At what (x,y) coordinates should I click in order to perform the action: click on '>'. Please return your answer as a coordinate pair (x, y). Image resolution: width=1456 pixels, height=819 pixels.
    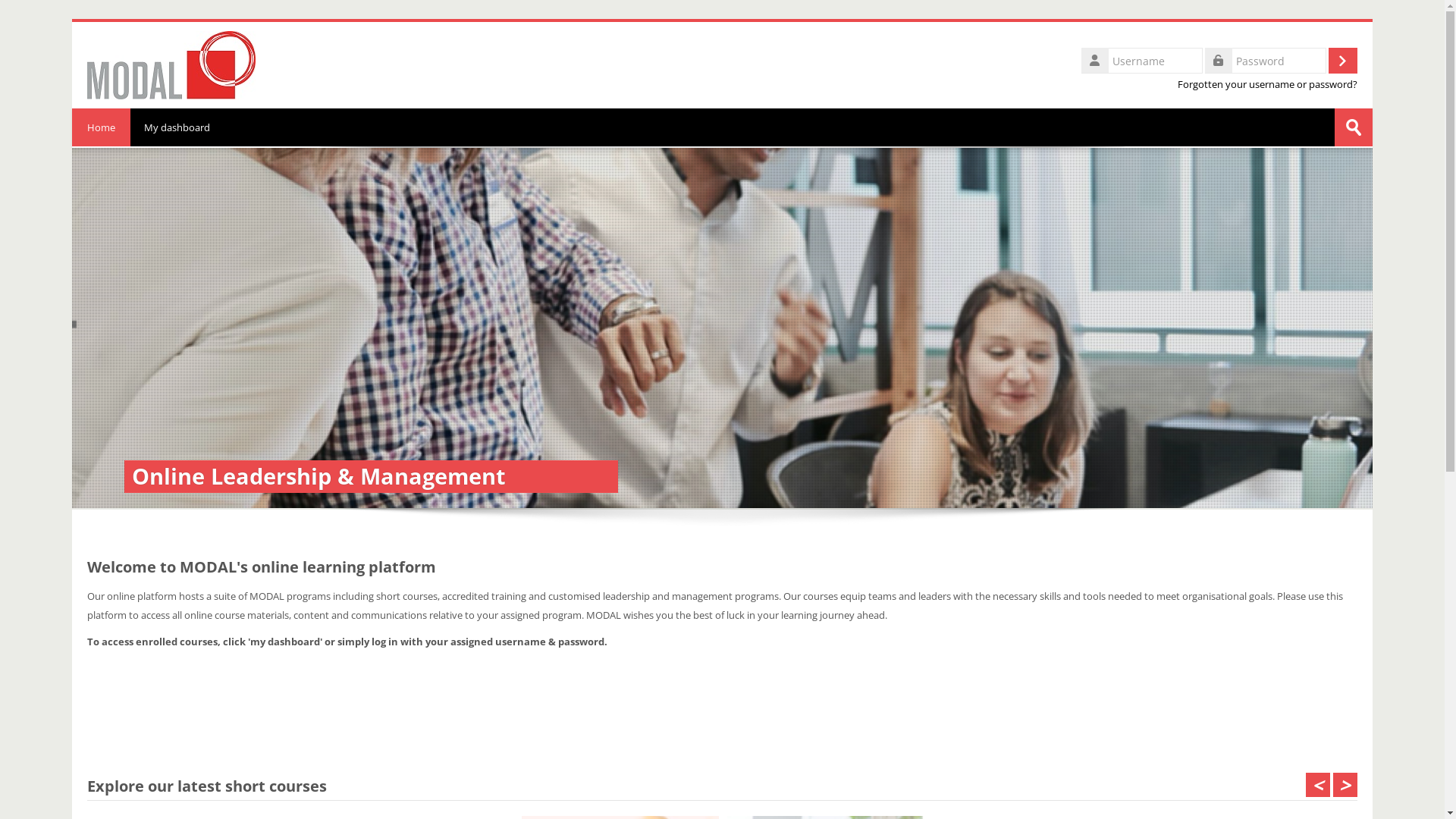
    Looking at the image, I should click on (1345, 784).